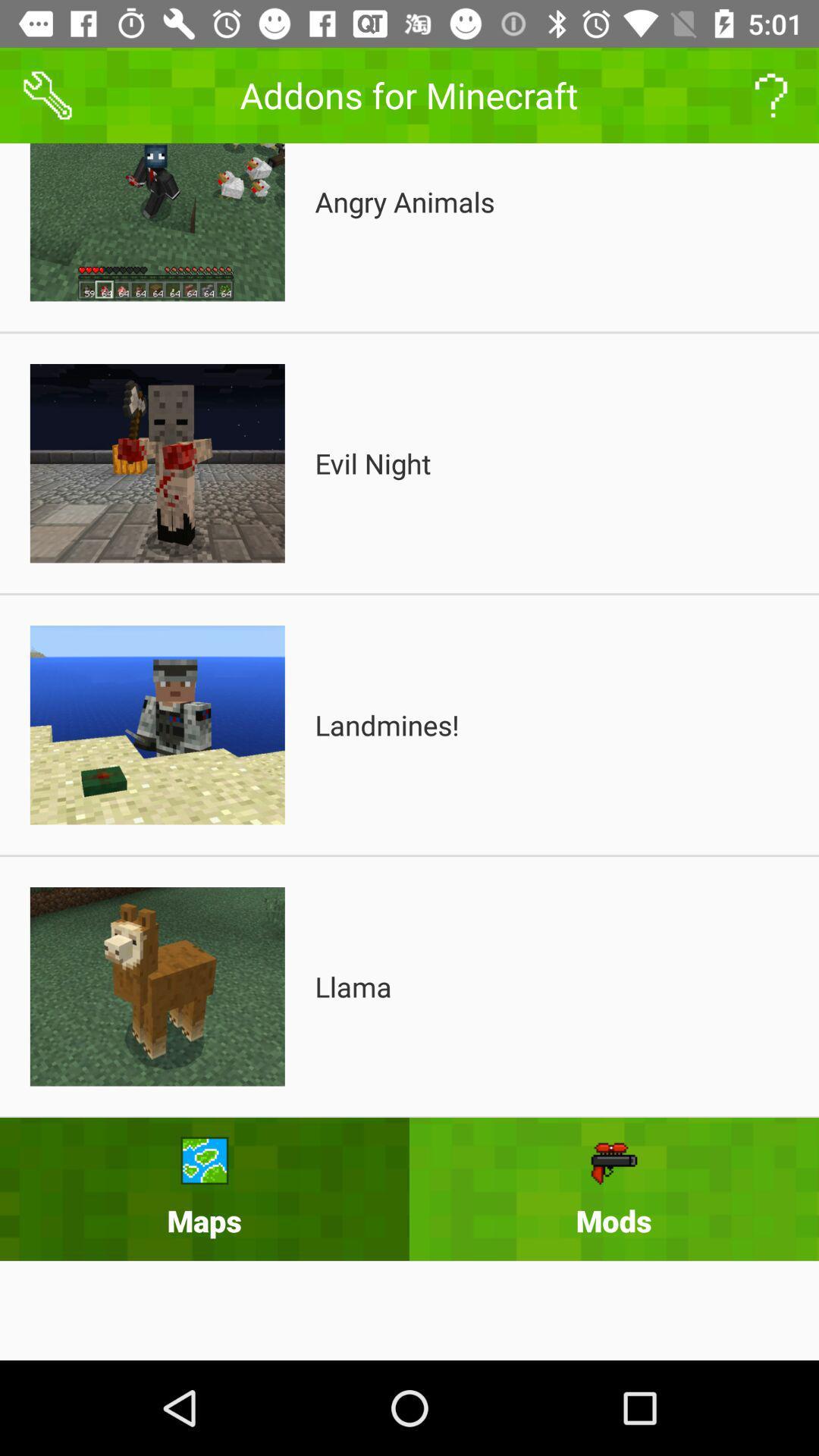 This screenshot has height=1456, width=819. I want to click on item to the right of addons for minecraft, so click(771, 94).